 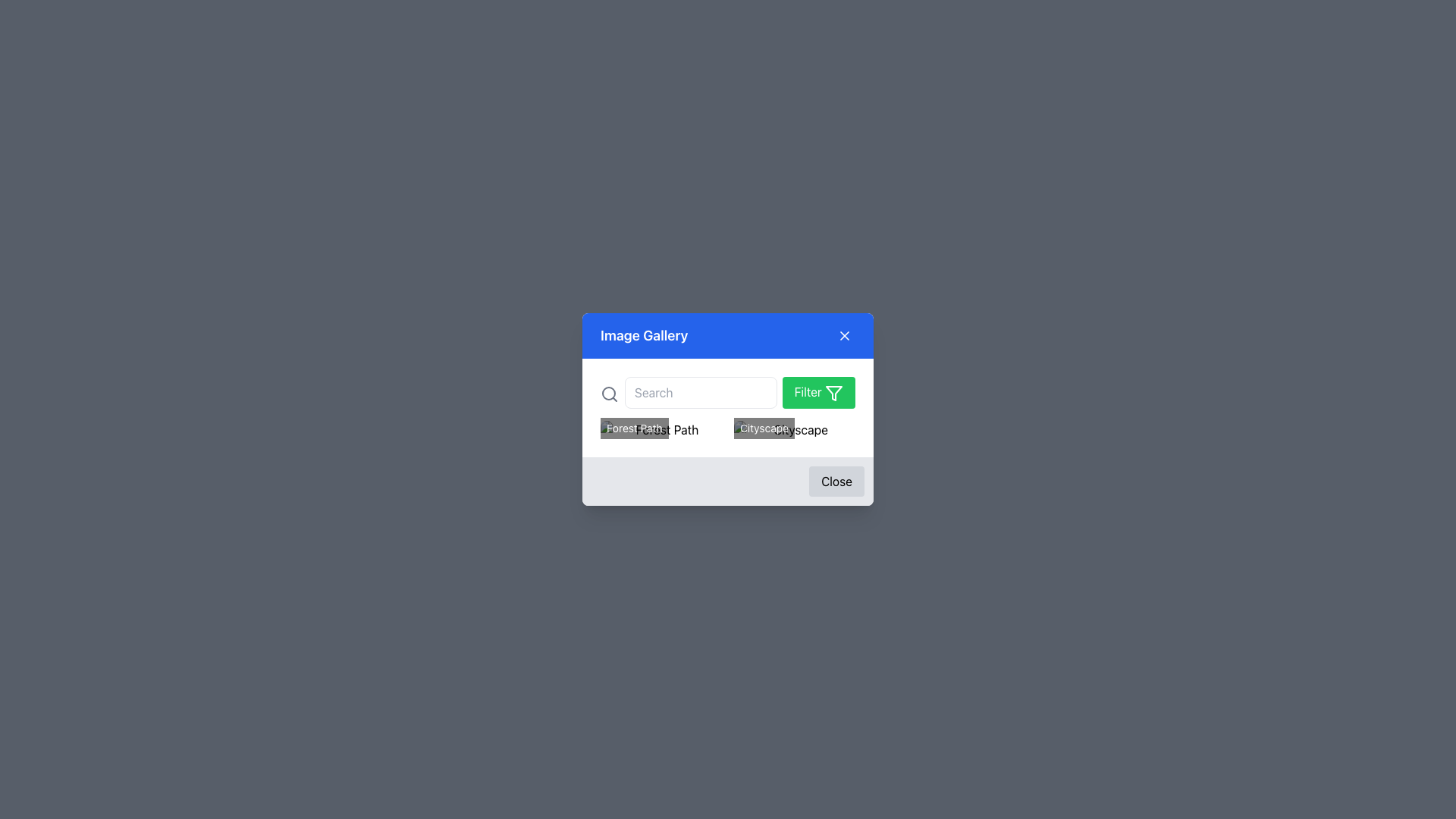 What do you see at coordinates (793, 430) in the screenshot?
I see `the second selectable image card` at bounding box center [793, 430].